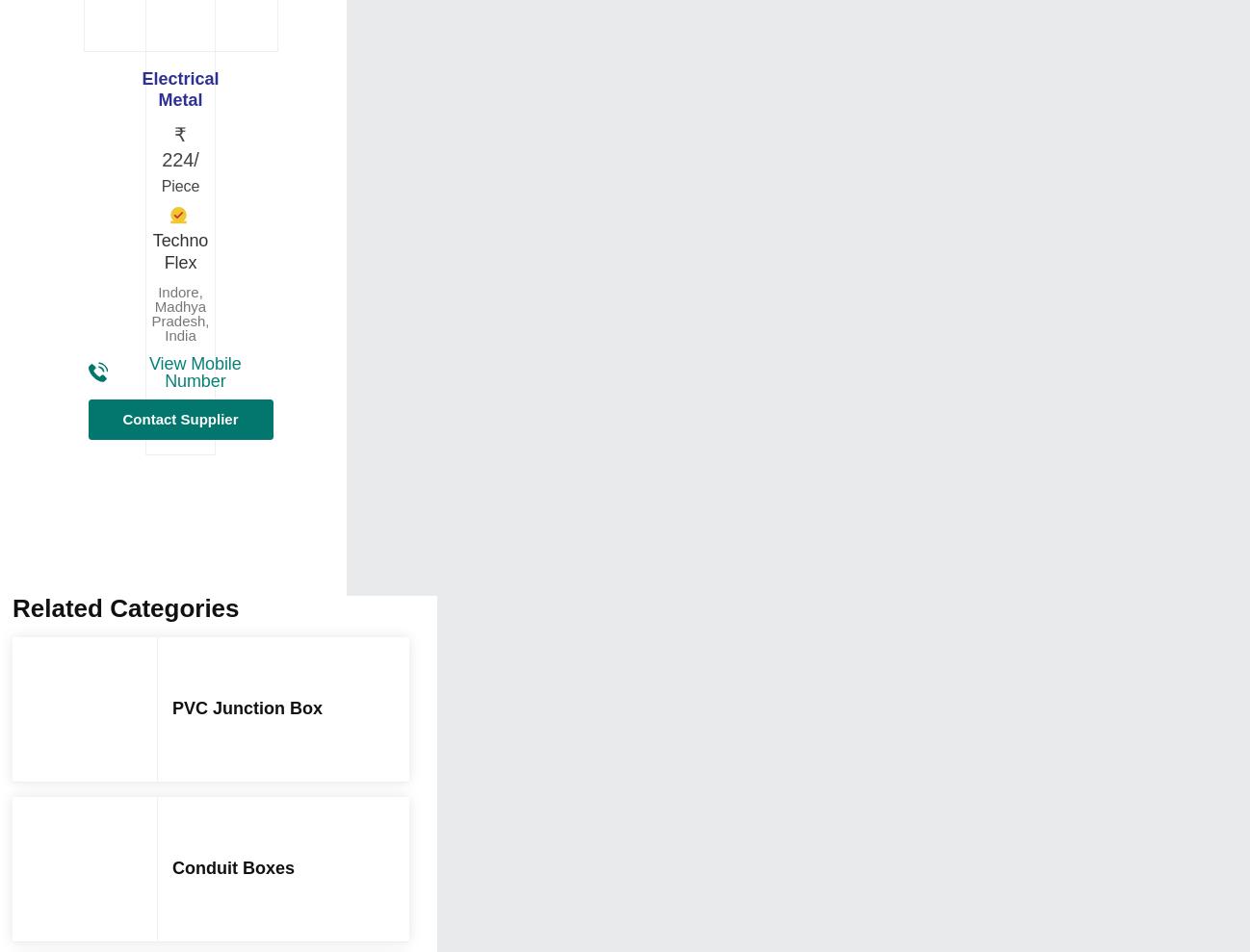  What do you see at coordinates (179, 418) in the screenshot?
I see `'Contact Supplier'` at bounding box center [179, 418].